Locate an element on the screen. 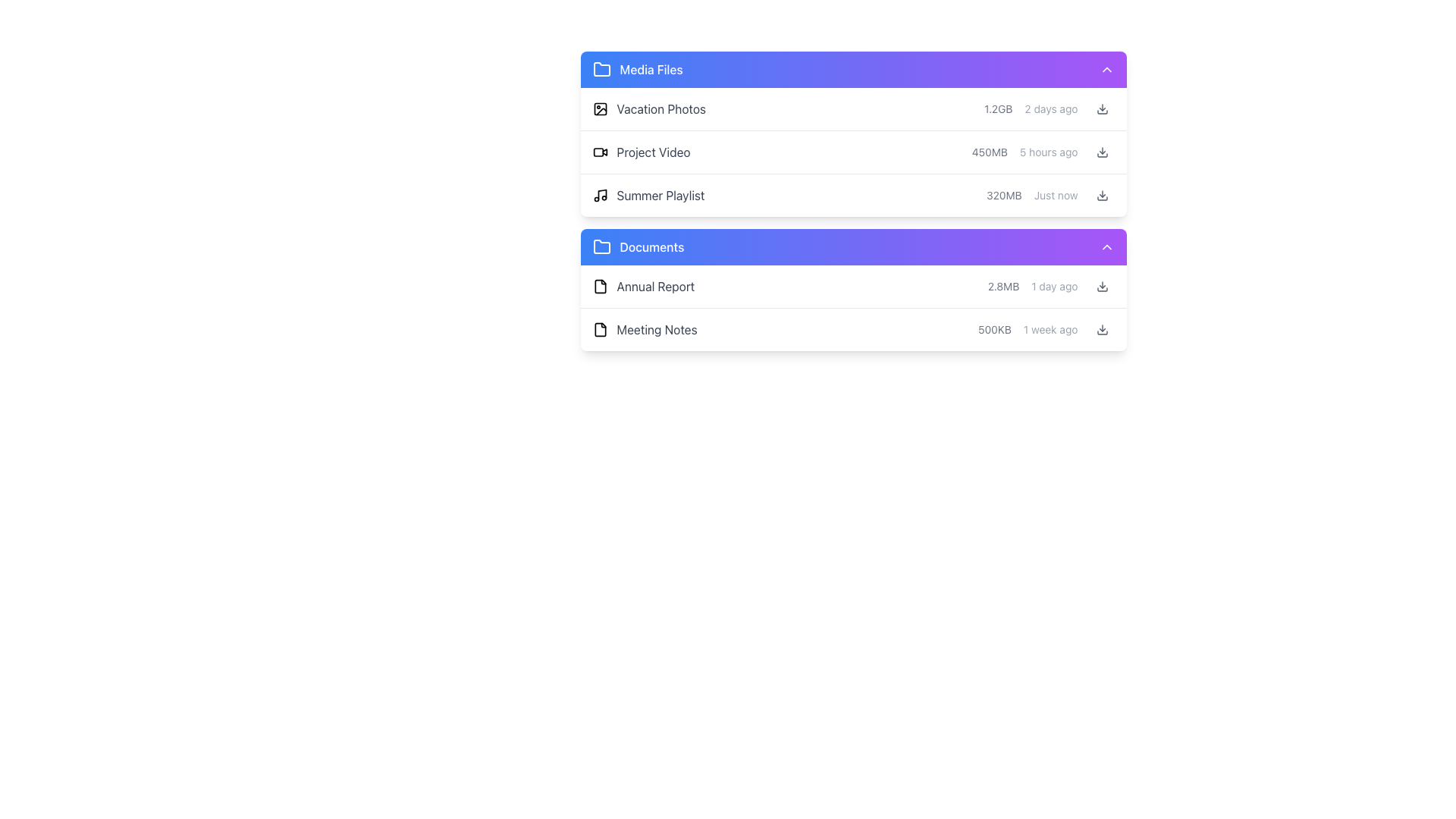  'Documents' label which is styled with medium font weight and located in a highlighted row under a gradient blue-purple background, following a folder icon in a list interface is located at coordinates (651, 246).